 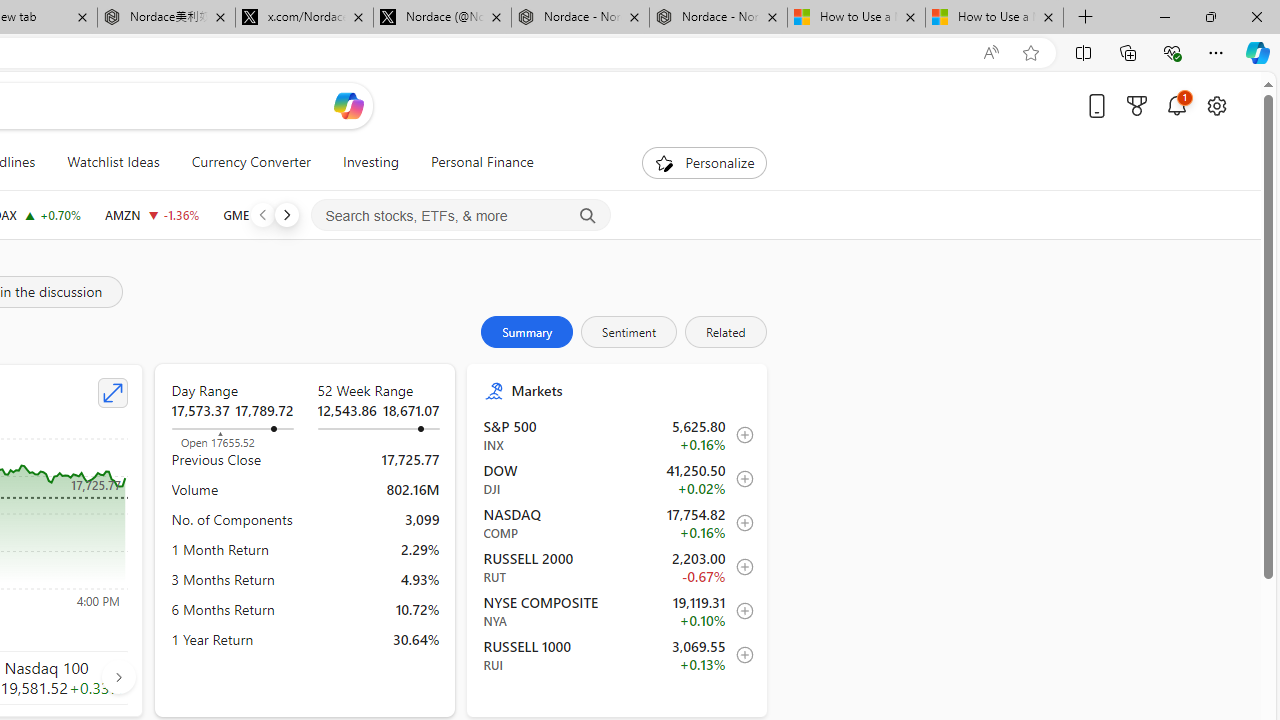 What do you see at coordinates (616, 522) in the screenshot?
I see `'COMP NASDAQ increase 17,754.82 +29.06 +0.16% itemundefined'` at bounding box center [616, 522].